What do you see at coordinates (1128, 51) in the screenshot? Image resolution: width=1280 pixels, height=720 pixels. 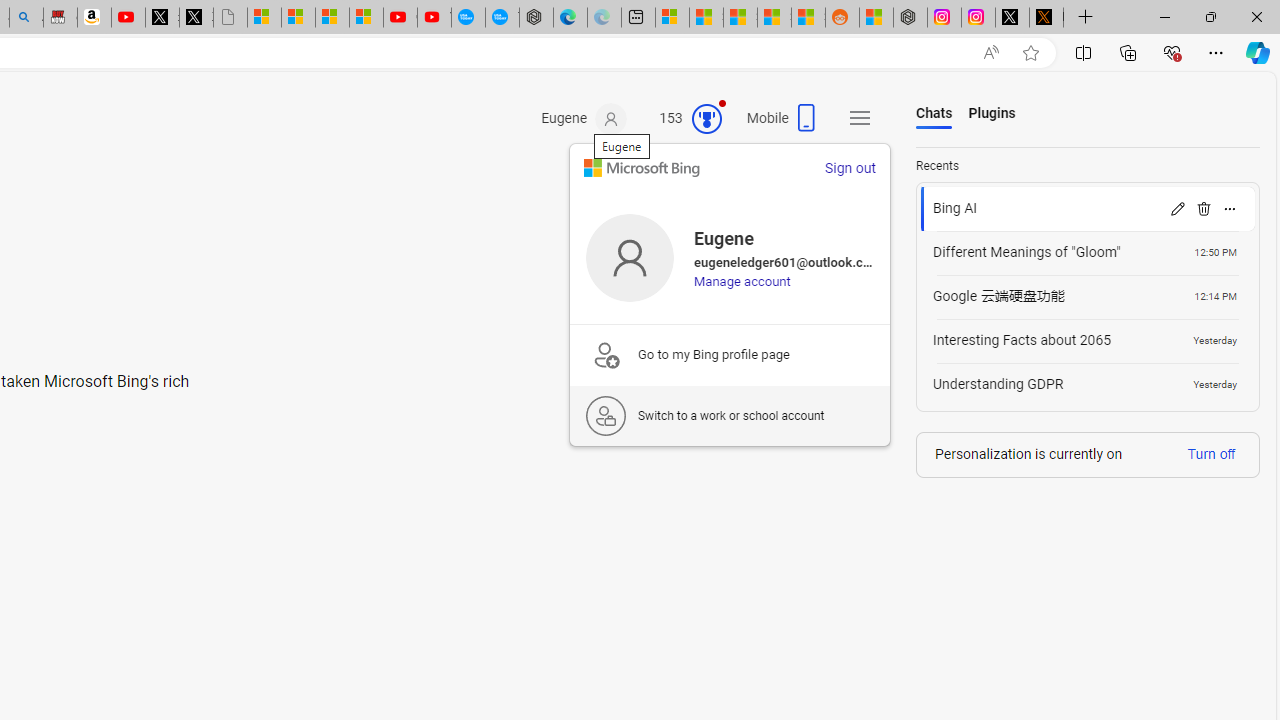 I see `'Collections'` at bounding box center [1128, 51].